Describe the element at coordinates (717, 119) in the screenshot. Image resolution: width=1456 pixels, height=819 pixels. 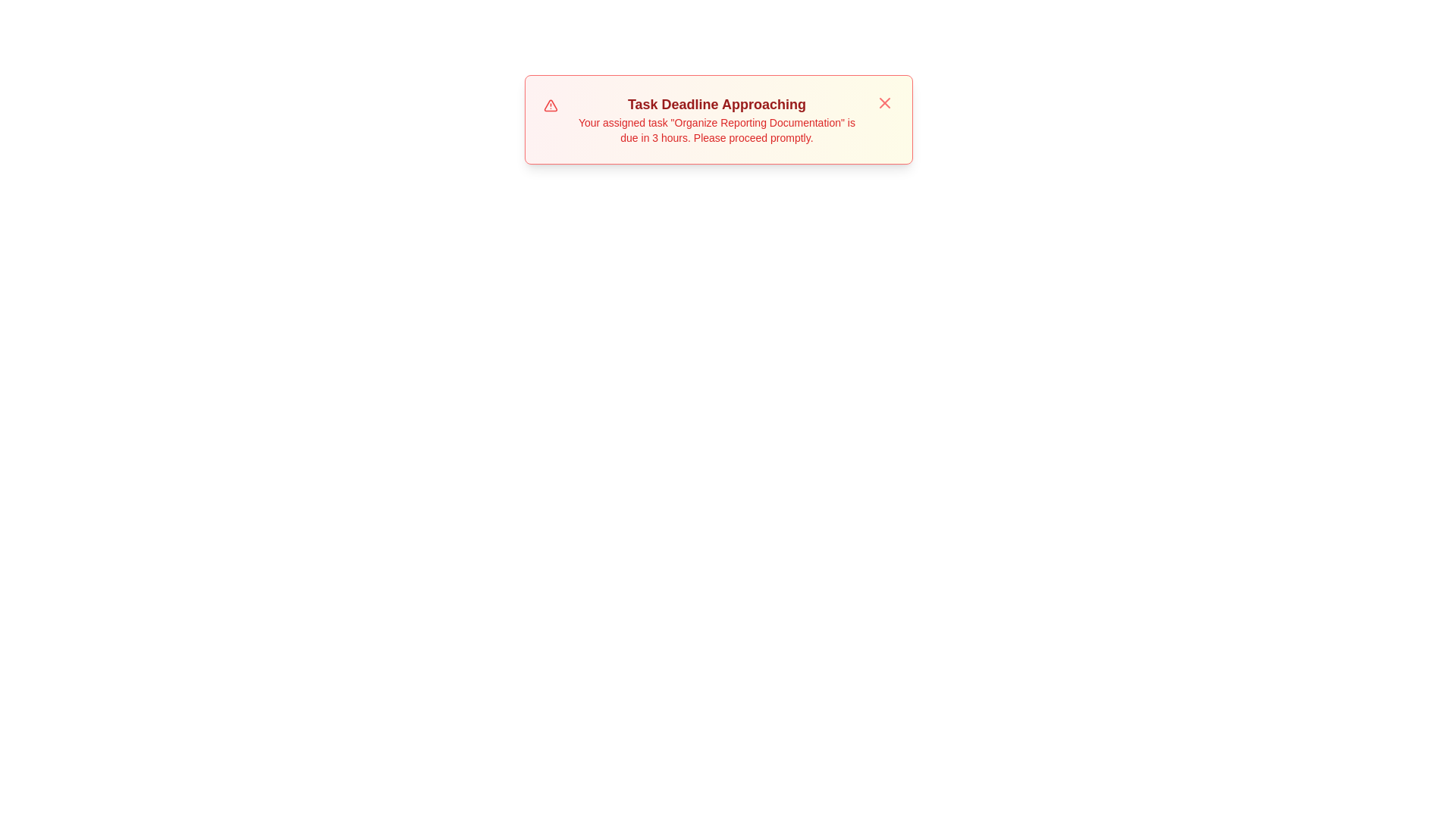
I see `the notification box with rounded corners and a gradient background, which contains a bold red warning title and descriptive message, to read the details` at that location.